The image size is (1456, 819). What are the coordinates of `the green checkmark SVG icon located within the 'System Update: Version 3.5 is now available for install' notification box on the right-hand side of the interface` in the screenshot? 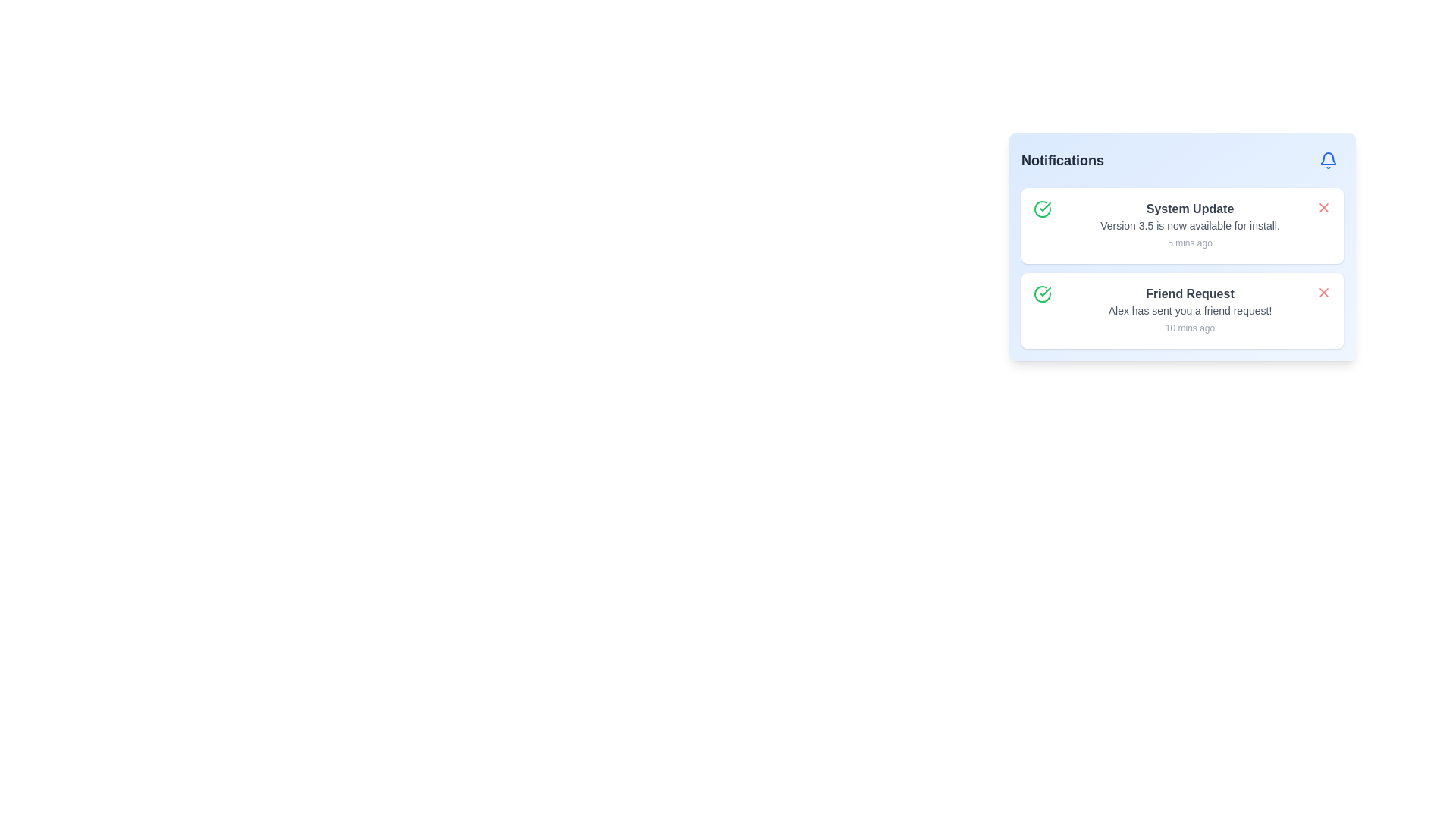 It's located at (1044, 292).